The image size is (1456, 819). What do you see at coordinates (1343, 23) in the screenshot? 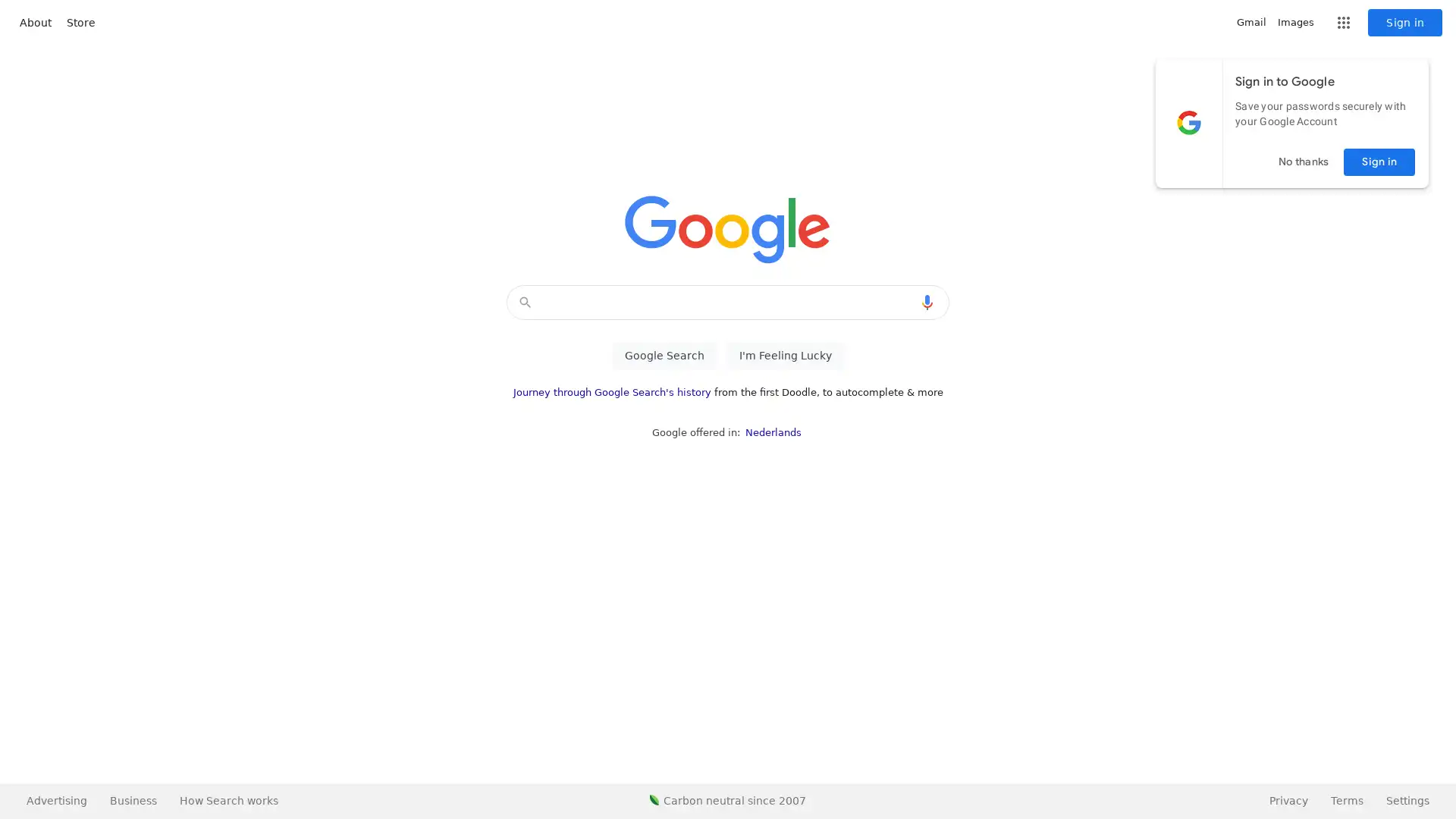
I see `Google apps` at bounding box center [1343, 23].